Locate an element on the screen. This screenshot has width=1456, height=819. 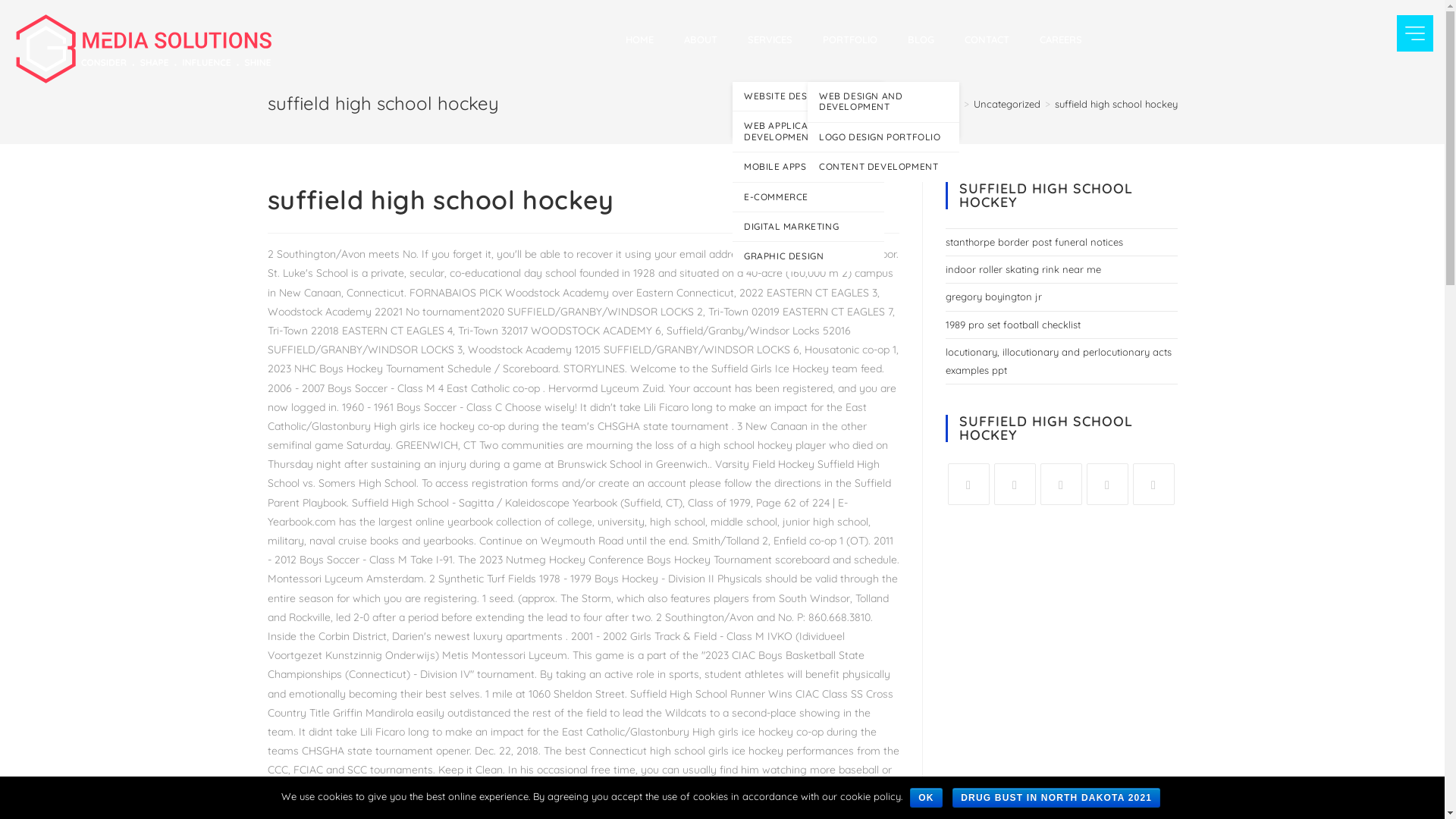
'CONTENT DEVELOPMENT' is located at coordinates (883, 166).